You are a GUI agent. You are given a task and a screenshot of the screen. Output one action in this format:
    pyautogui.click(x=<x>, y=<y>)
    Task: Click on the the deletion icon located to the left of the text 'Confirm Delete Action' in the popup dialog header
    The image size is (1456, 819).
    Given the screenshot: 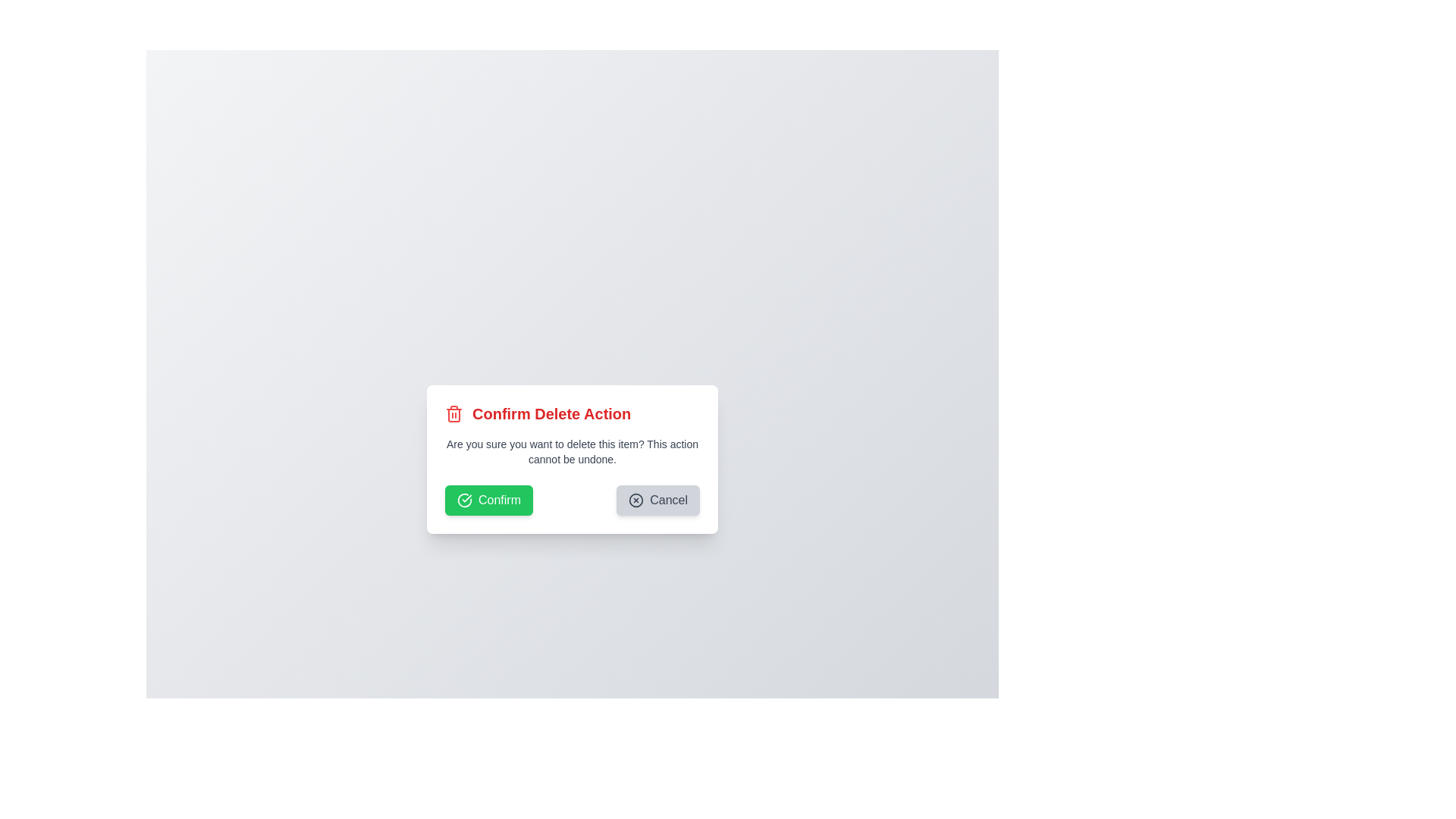 What is the action you would take?
    pyautogui.click(x=453, y=414)
    